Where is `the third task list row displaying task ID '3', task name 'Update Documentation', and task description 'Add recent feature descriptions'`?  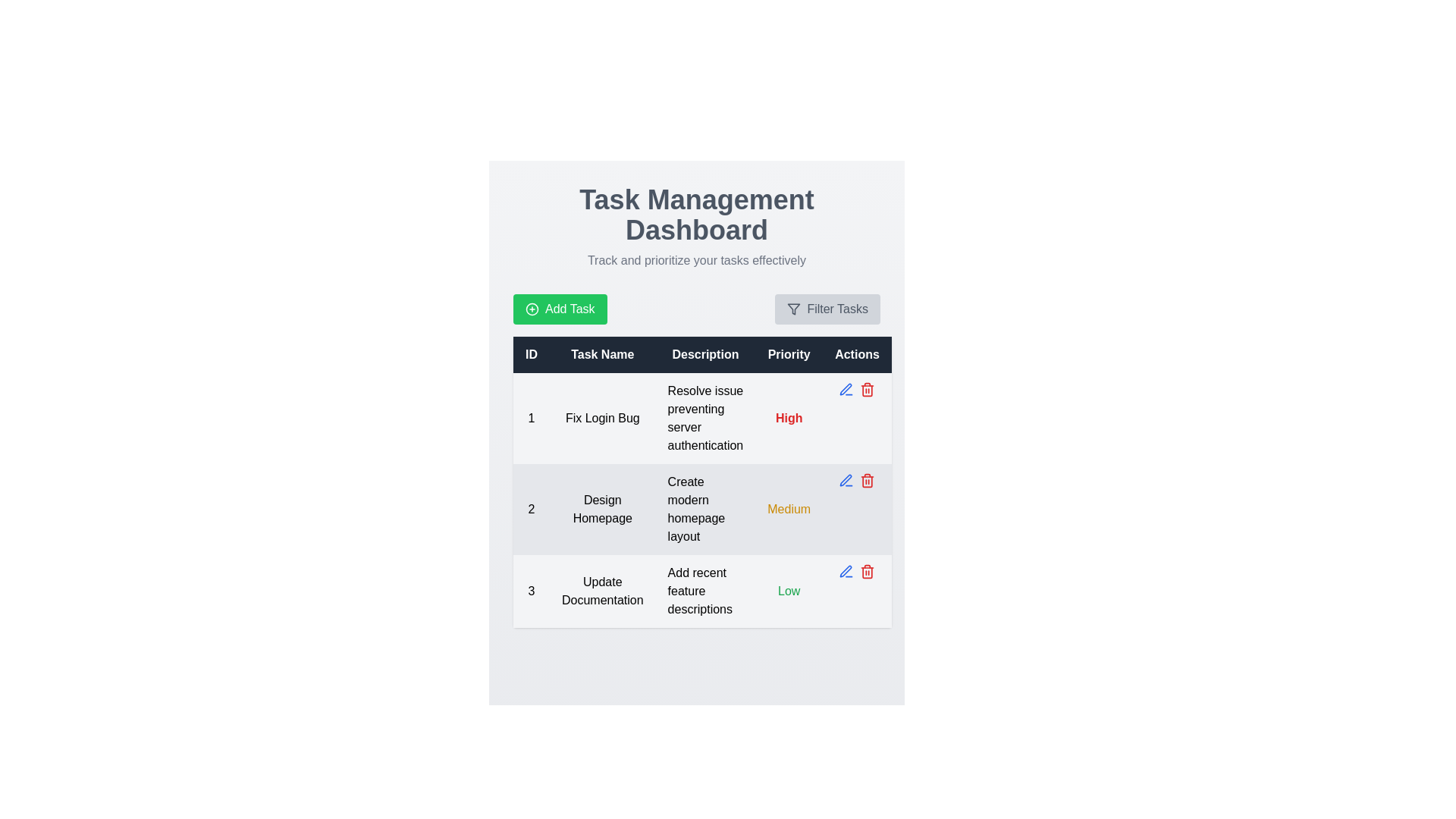
the third task list row displaying task ID '3', task name 'Update Documentation', and task description 'Add recent feature descriptions' is located at coordinates (701, 590).